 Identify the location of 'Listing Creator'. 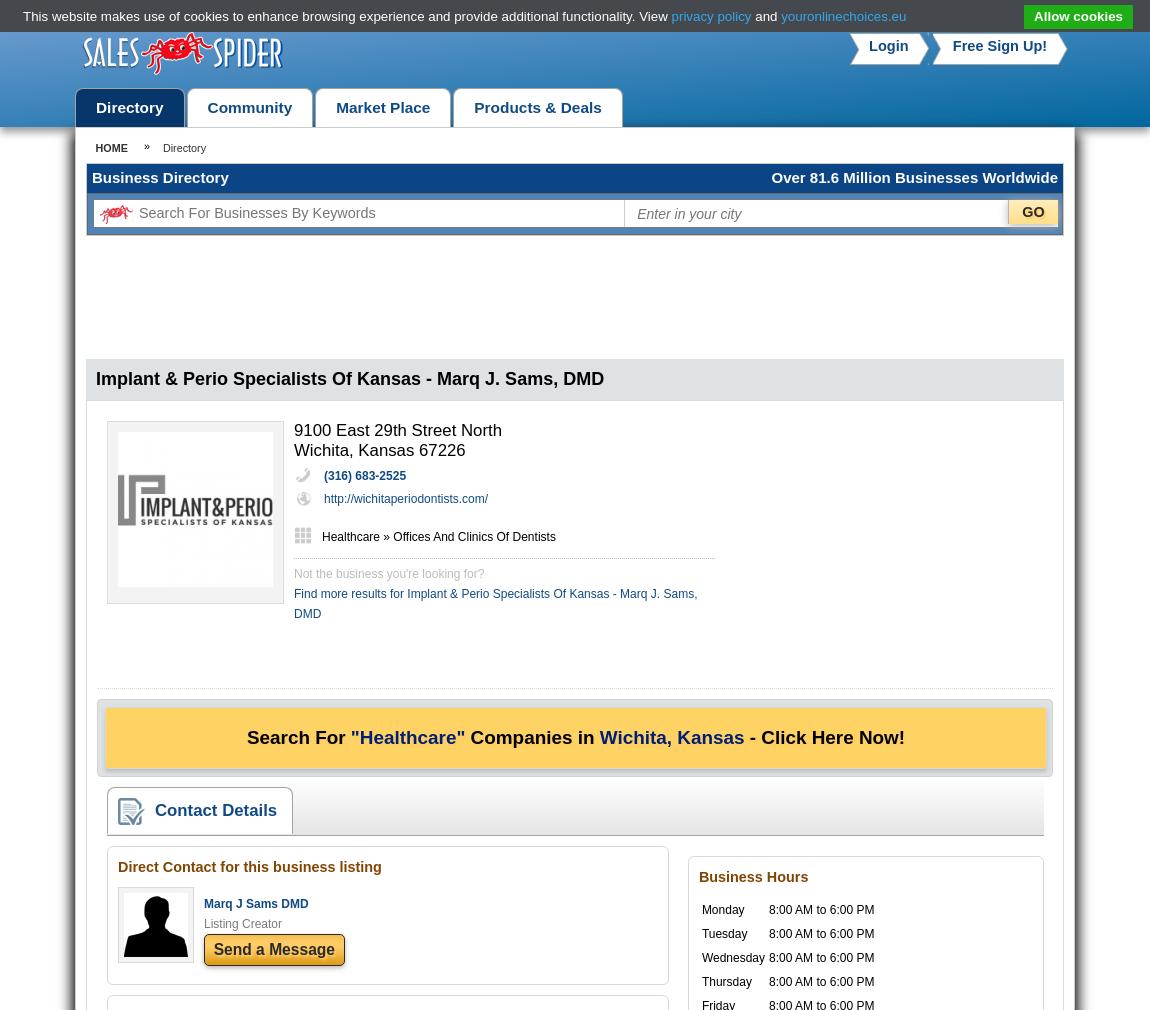
(203, 924).